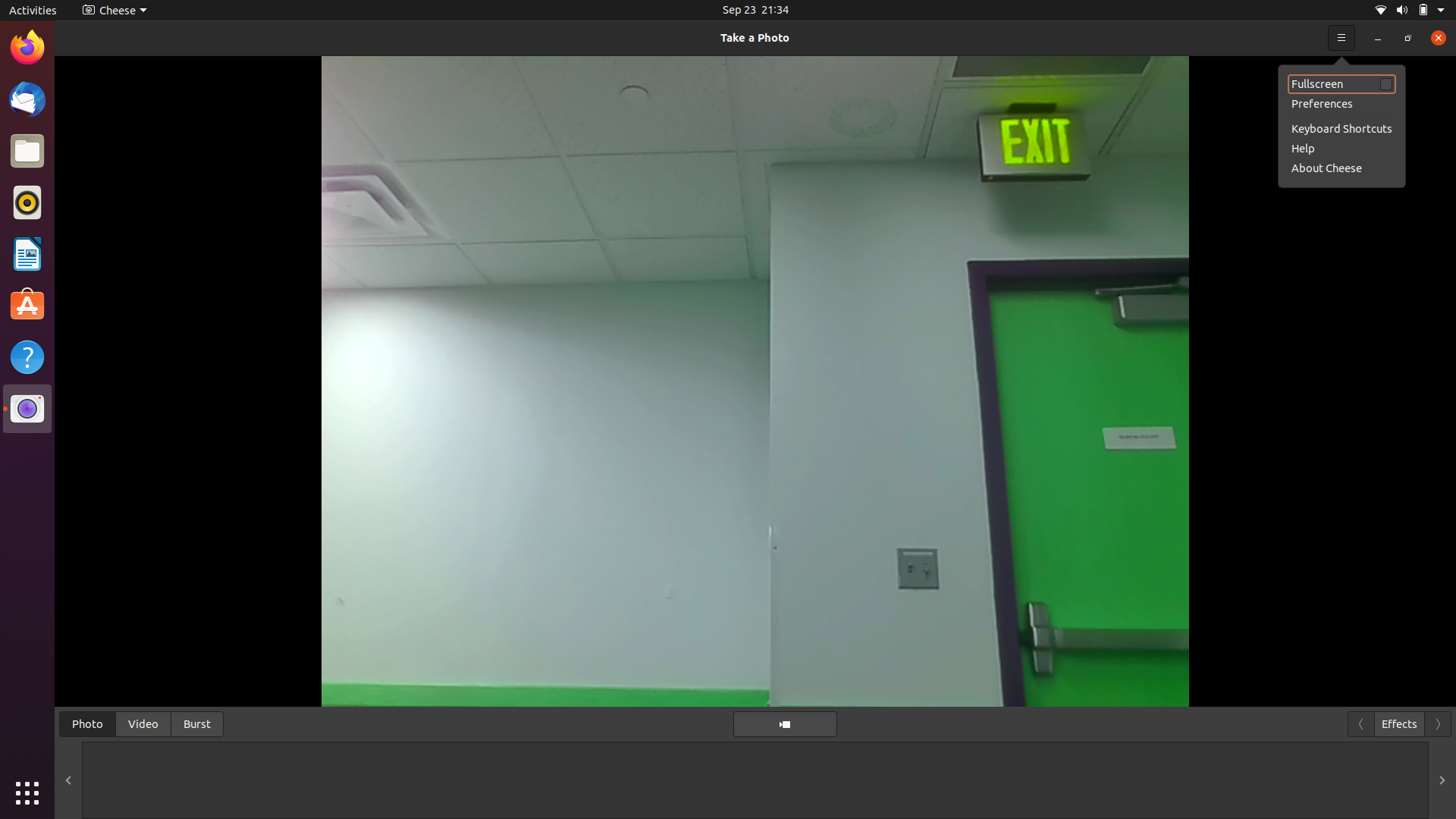 This screenshot has width=1456, height=819. Describe the element at coordinates (143, 722) in the screenshot. I see `Browse through all recorded videos` at that location.